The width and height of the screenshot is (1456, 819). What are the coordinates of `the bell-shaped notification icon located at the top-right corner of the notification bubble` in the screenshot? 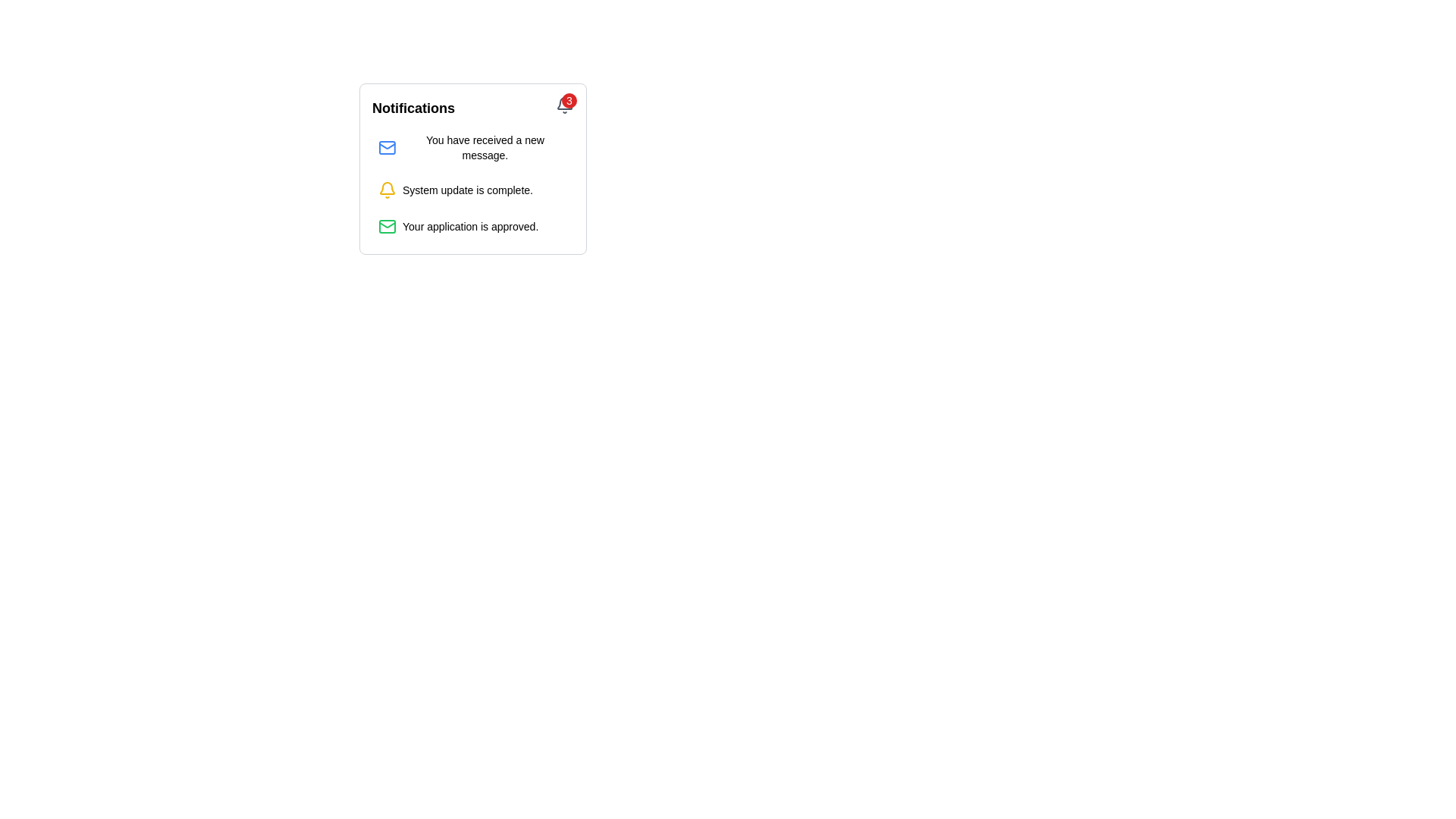 It's located at (563, 104).